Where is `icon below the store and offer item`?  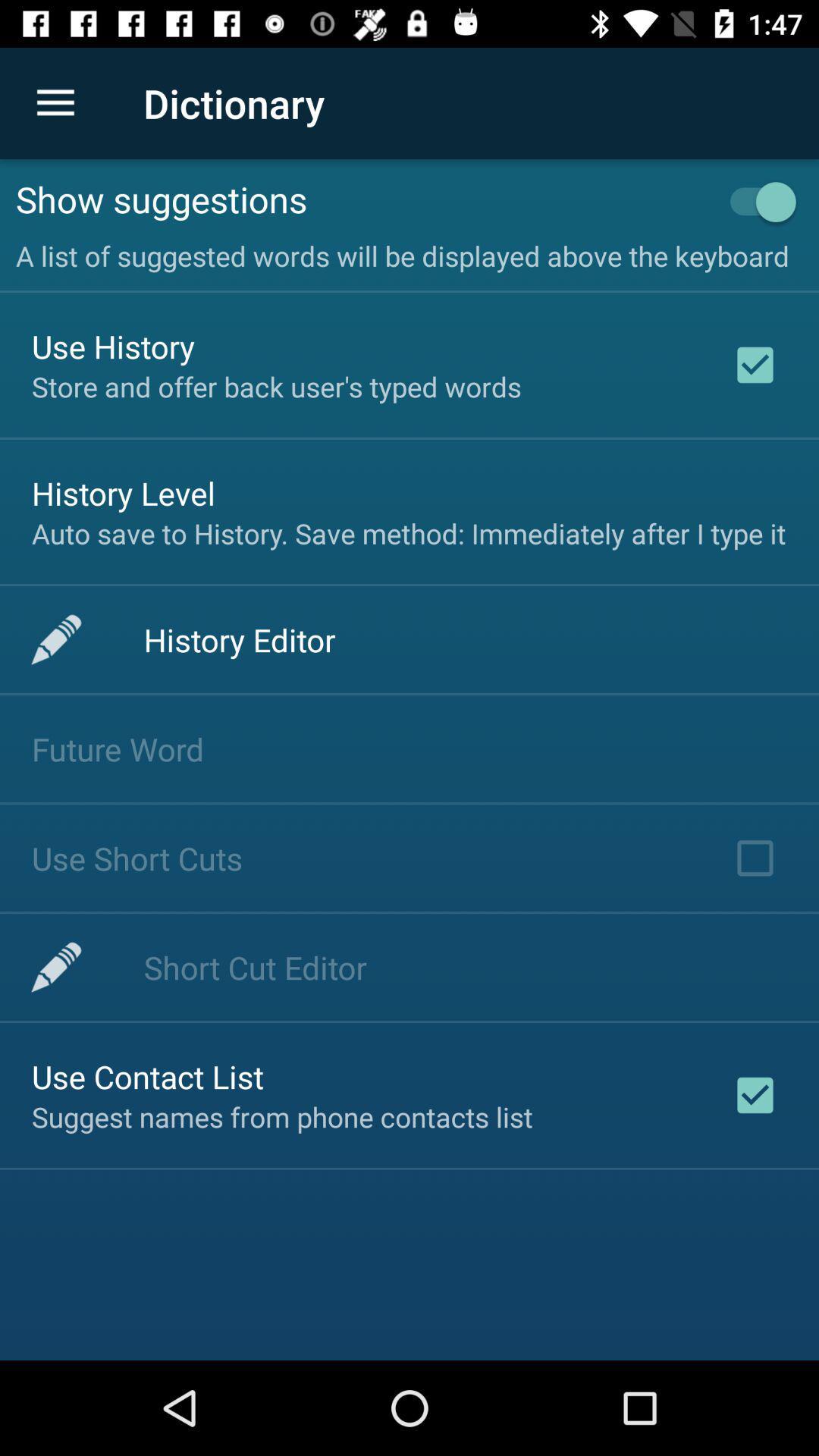
icon below the store and offer item is located at coordinates (123, 493).